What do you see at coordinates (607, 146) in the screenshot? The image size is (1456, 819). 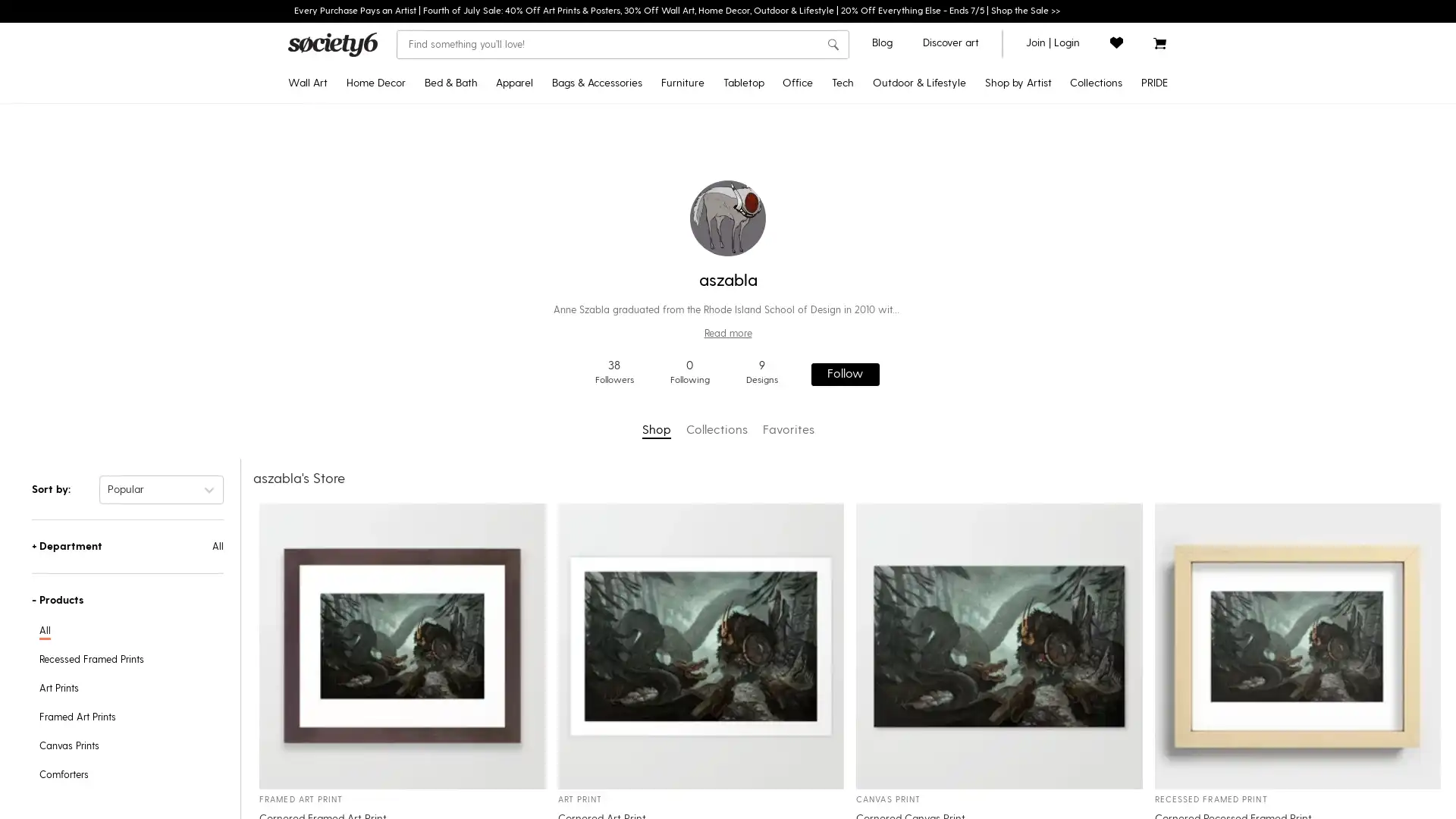 I see `Carry-All Pouches` at bounding box center [607, 146].